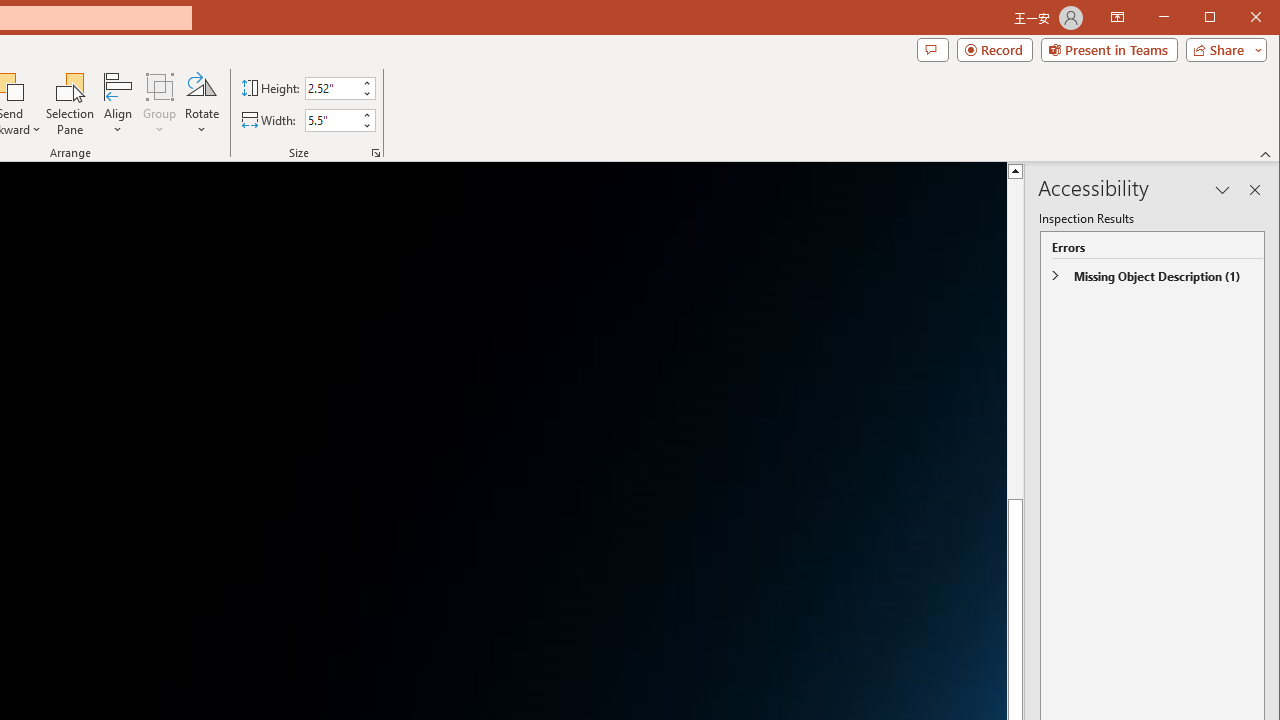 This screenshot has width=1280, height=720. Describe the element at coordinates (117, 104) in the screenshot. I see `'Align'` at that location.